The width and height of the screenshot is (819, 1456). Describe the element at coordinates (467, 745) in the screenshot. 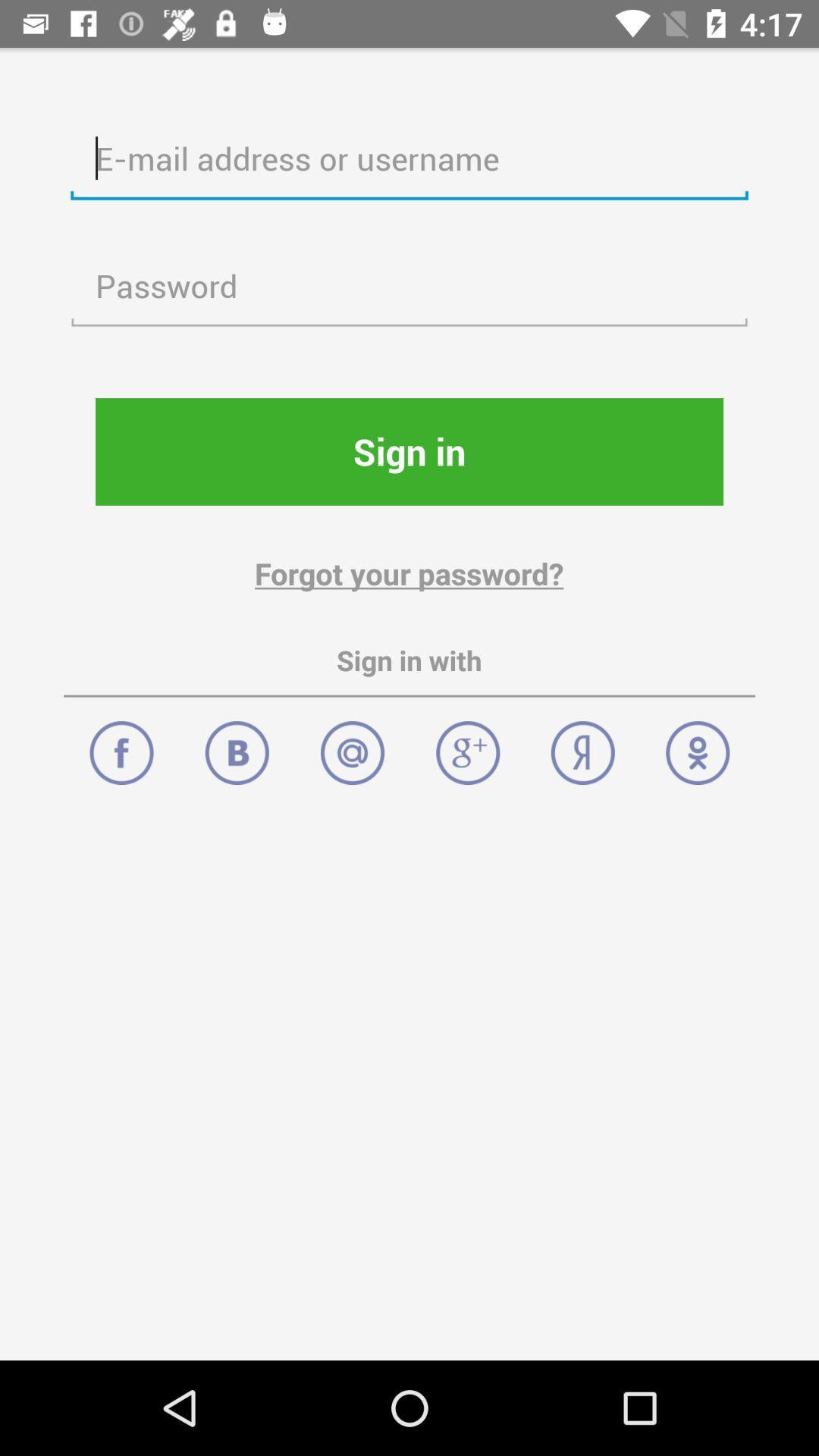

I see `g` at that location.